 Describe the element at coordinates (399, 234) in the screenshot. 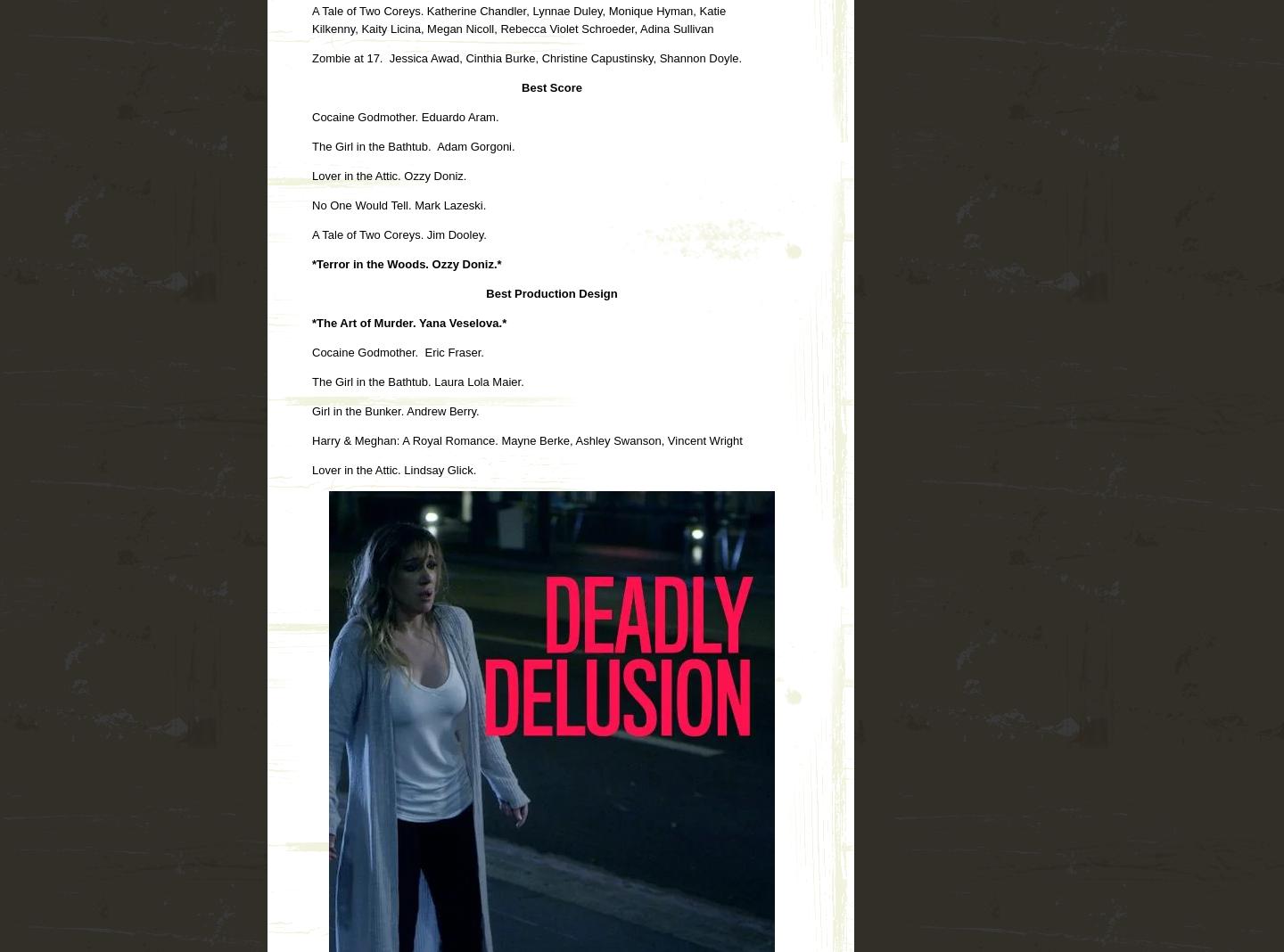

I see `'A Tale of Two Coreys. Jim Dooley.'` at that location.